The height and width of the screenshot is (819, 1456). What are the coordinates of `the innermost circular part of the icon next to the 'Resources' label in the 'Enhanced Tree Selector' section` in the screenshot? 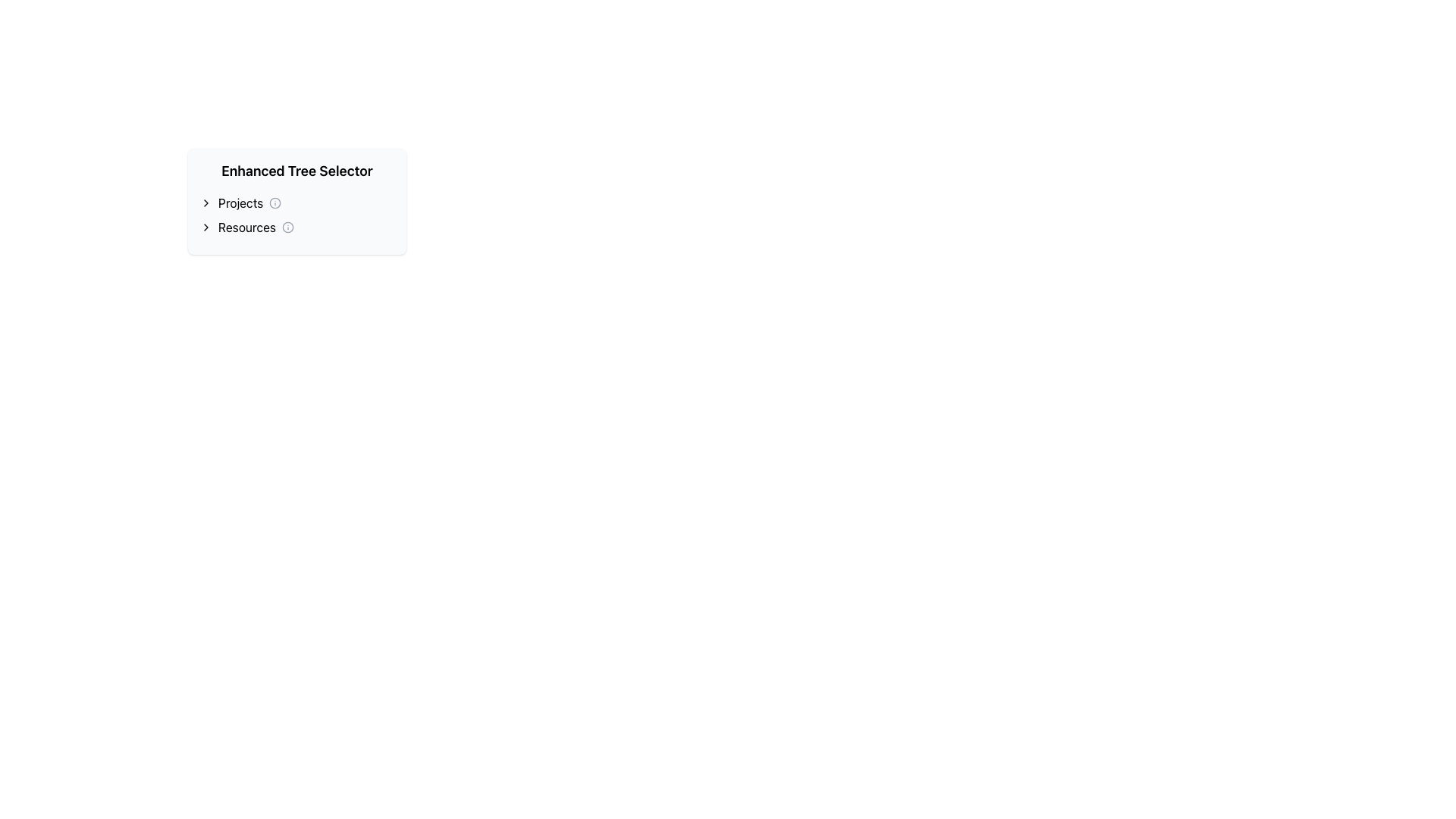 It's located at (287, 227).